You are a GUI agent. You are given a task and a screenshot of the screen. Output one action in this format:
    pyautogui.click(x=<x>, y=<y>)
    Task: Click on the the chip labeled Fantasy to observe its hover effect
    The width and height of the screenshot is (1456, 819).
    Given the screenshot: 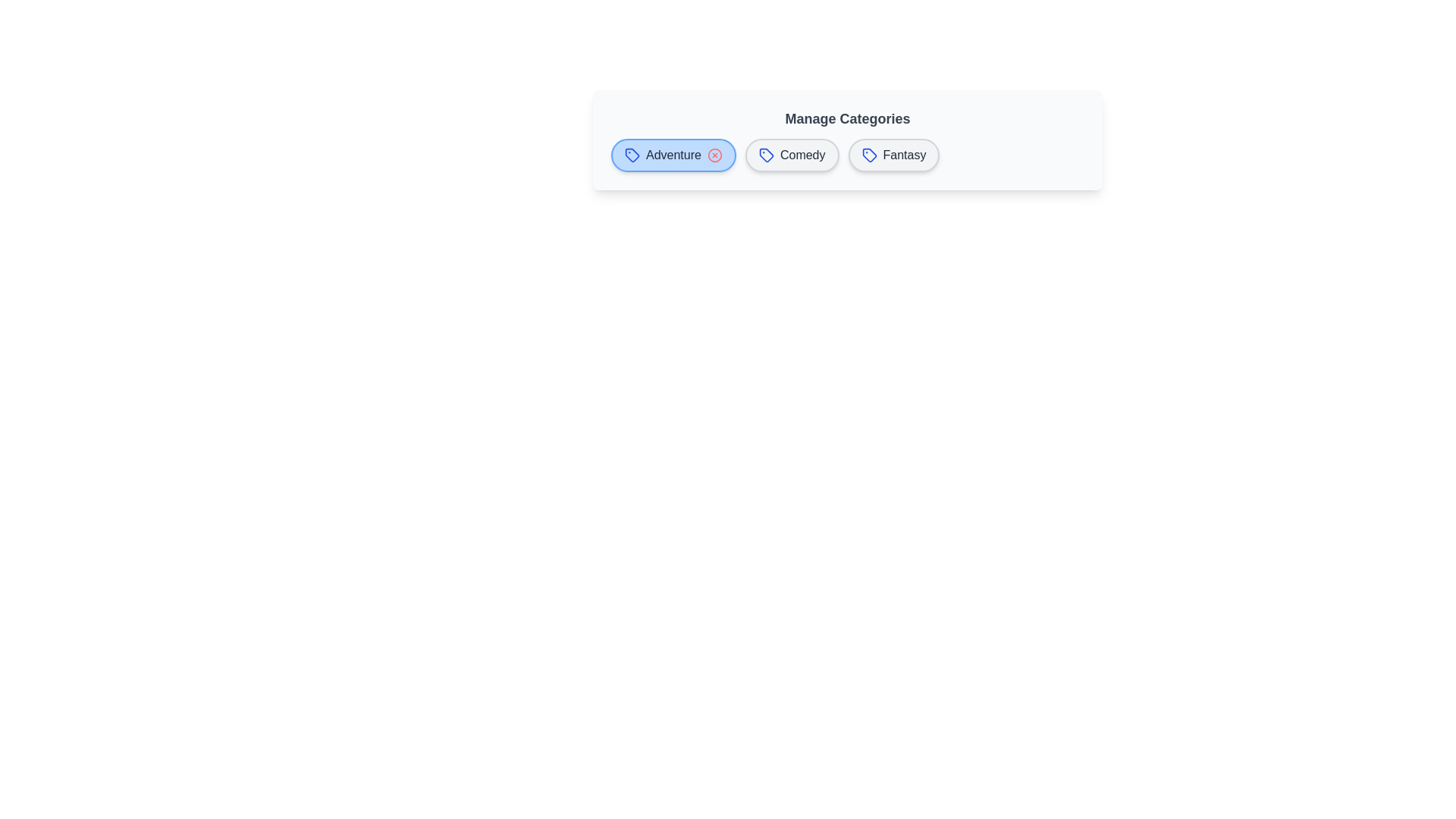 What is the action you would take?
    pyautogui.click(x=894, y=155)
    